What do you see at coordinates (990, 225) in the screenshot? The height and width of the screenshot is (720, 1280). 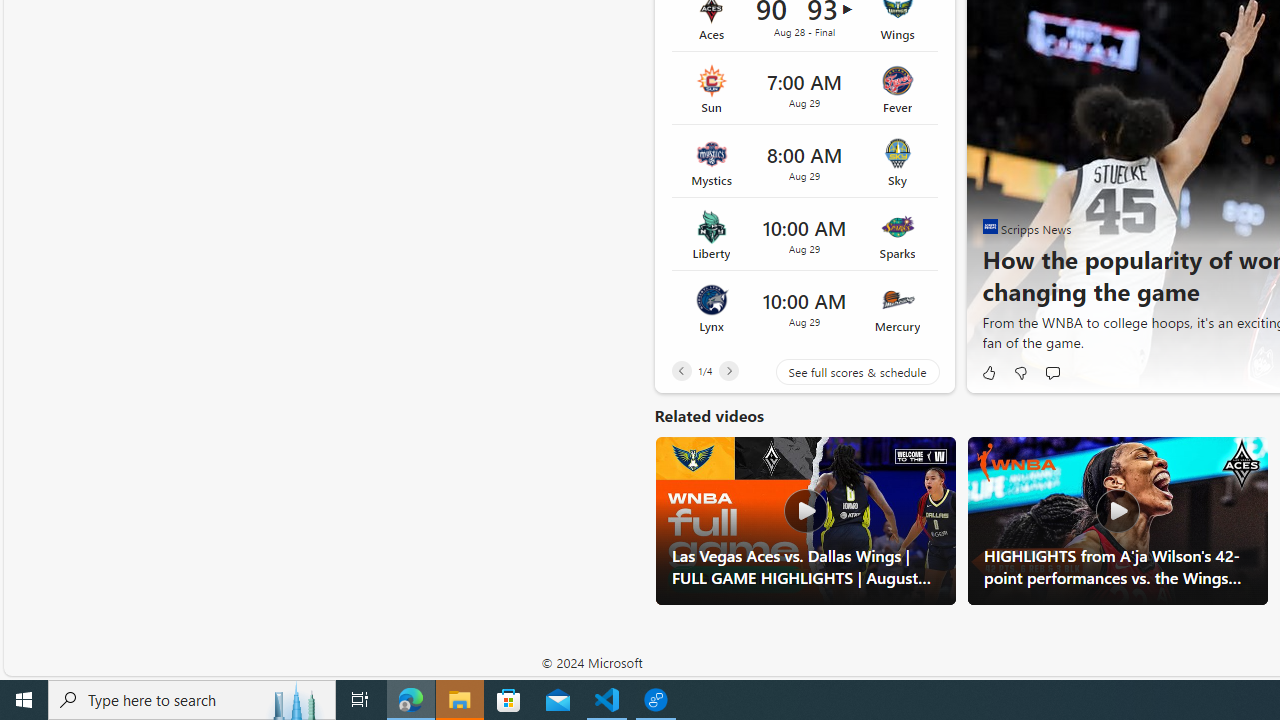 I see `'Scripps News'` at bounding box center [990, 225].